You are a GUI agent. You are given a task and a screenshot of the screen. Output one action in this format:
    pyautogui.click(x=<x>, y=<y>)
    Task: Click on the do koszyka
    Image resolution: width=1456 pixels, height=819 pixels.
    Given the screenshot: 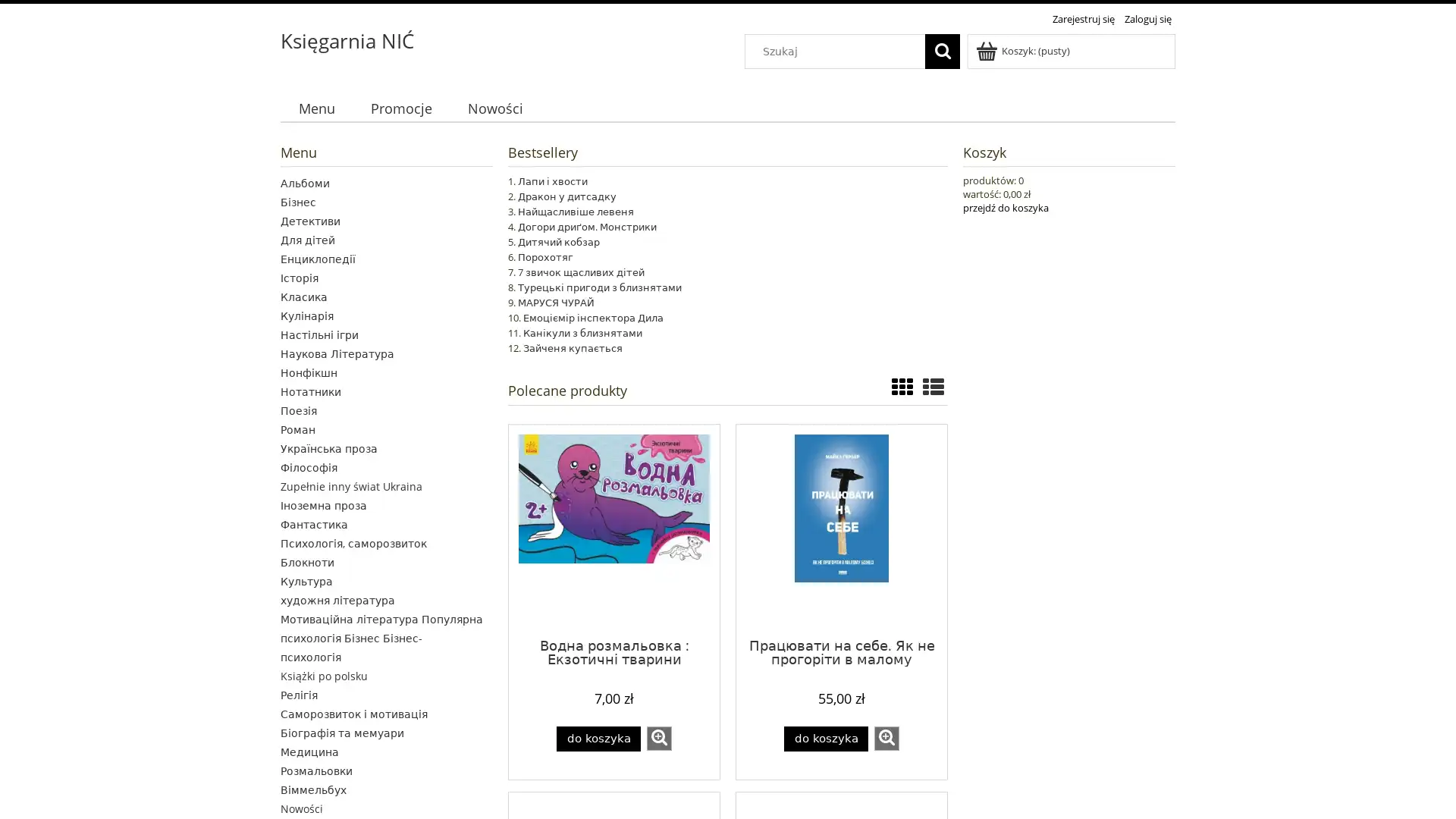 What is the action you would take?
    pyautogui.click(x=825, y=738)
    